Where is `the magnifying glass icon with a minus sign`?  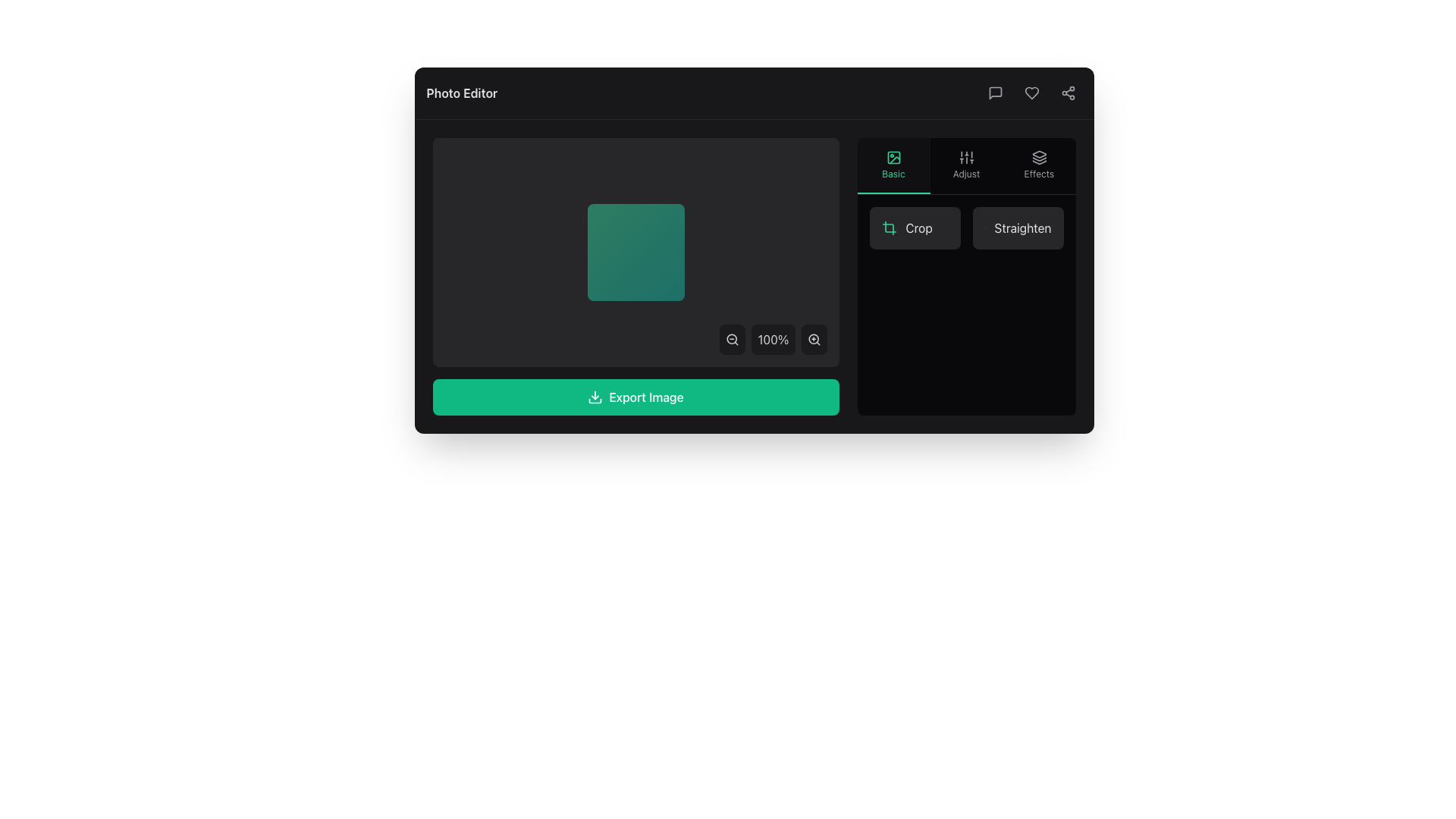
the magnifying glass icon with a minus sign is located at coordinates (733, 338).